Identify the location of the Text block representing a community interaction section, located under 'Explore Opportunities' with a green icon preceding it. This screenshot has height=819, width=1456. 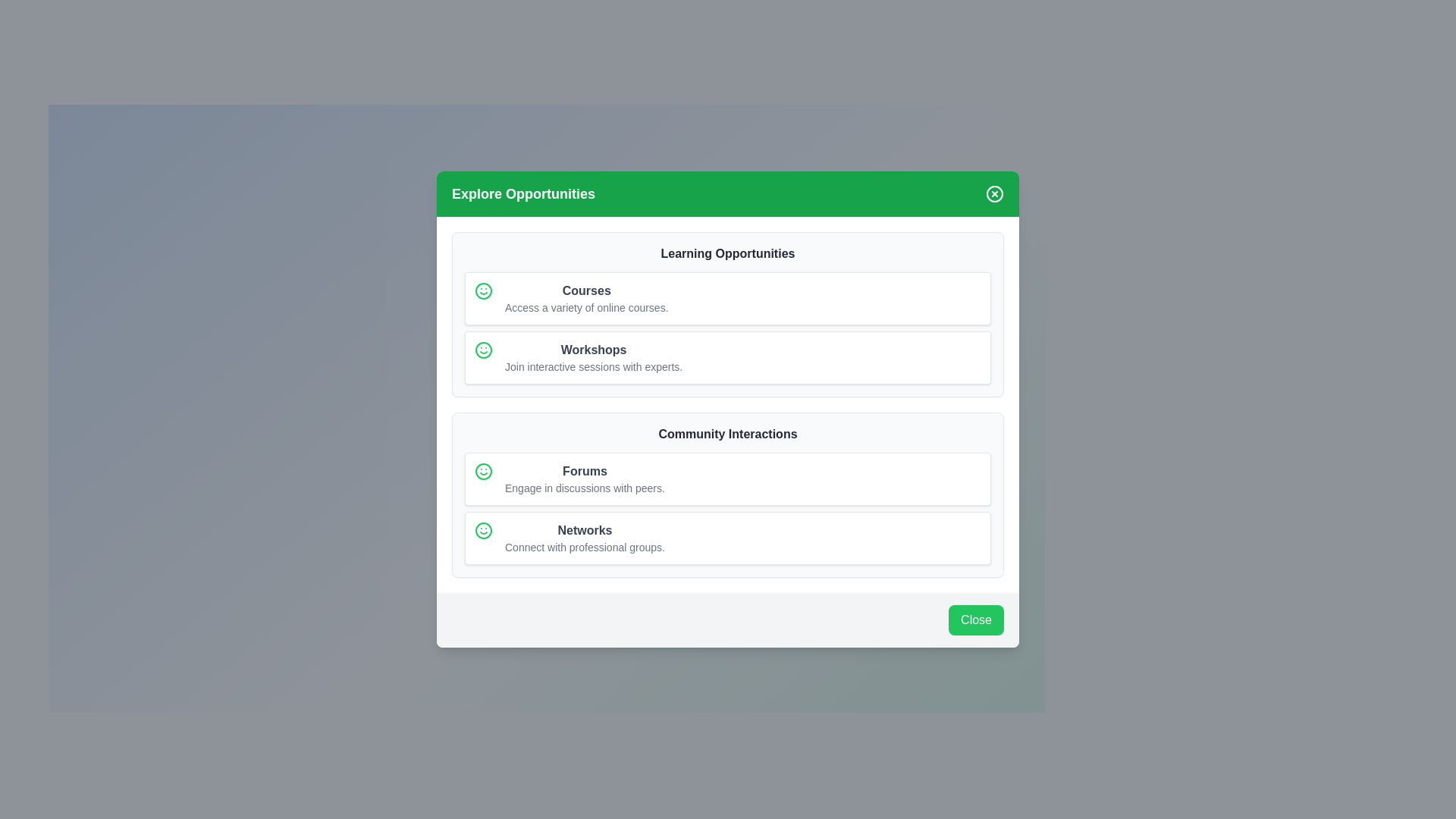
(584, 479).